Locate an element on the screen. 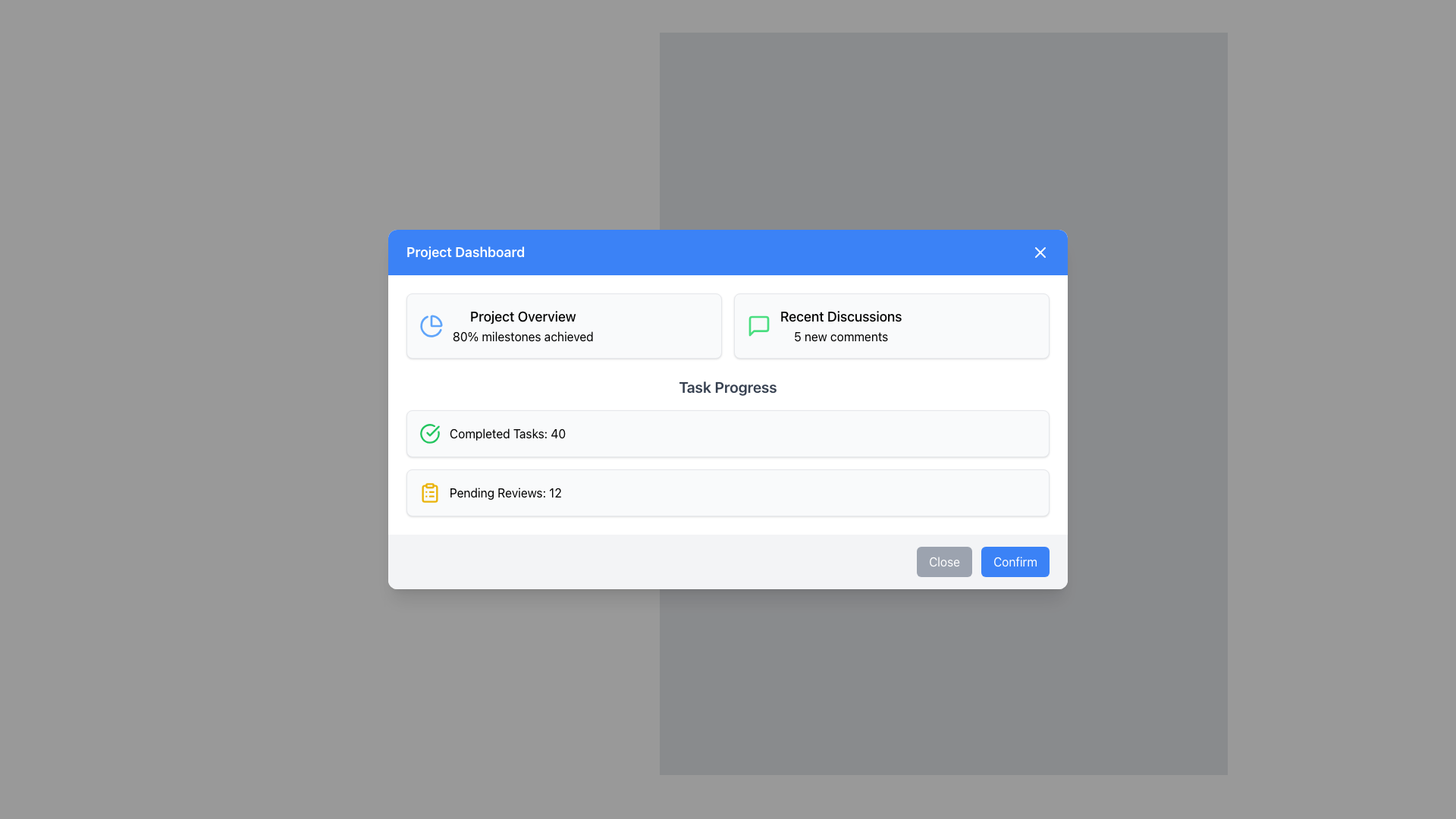 The image size is (1456, 819). the text label displaying '80% milestones achieved', which is located below the 'Project Overview' heading in the left side of the modal window is located at coordinates (522, 335).